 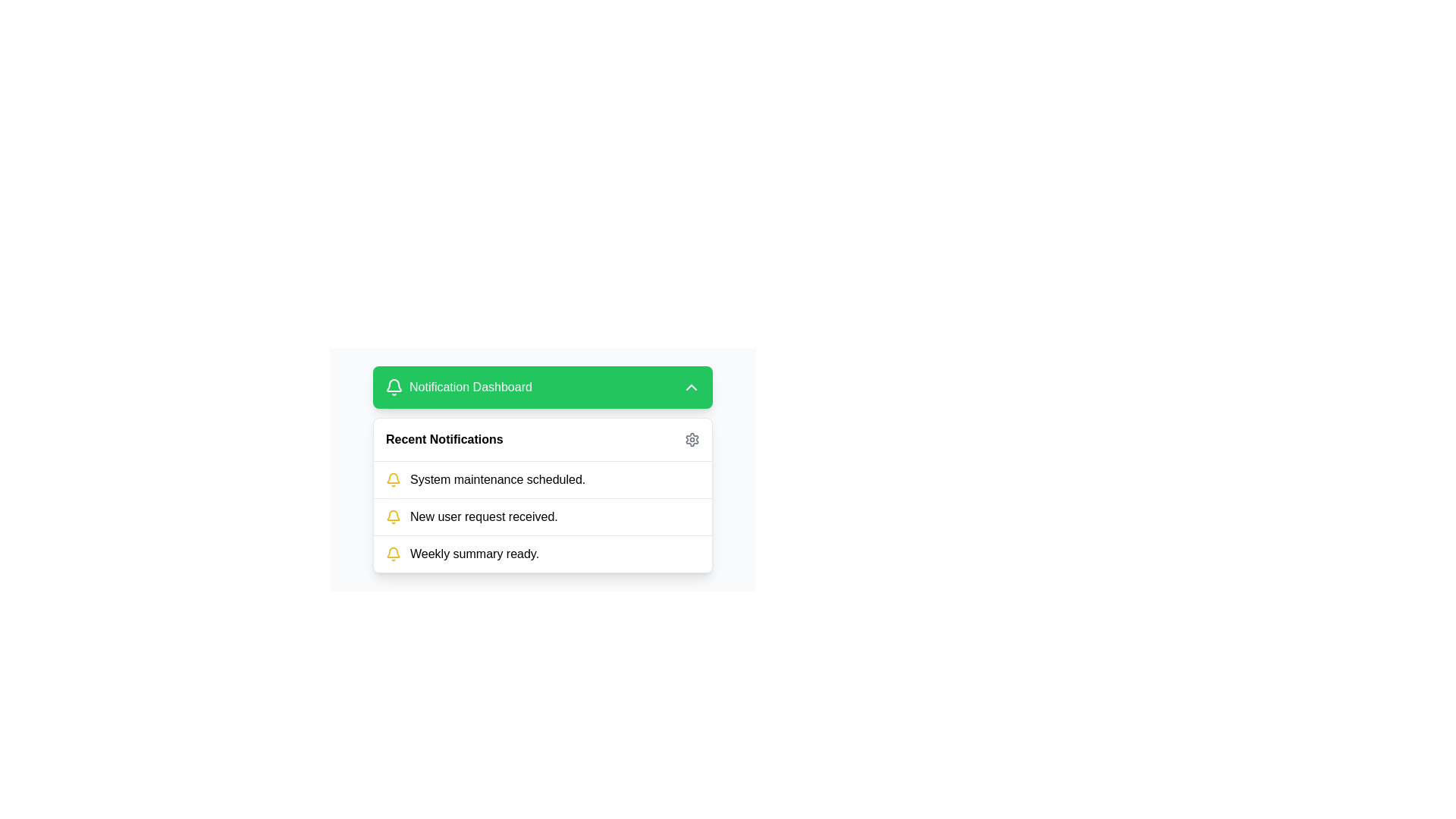 I want to click on the Chevron icon in the top-right corner of the green header bar labeled 'Notification Dashboard', so click(x=691, y=386).